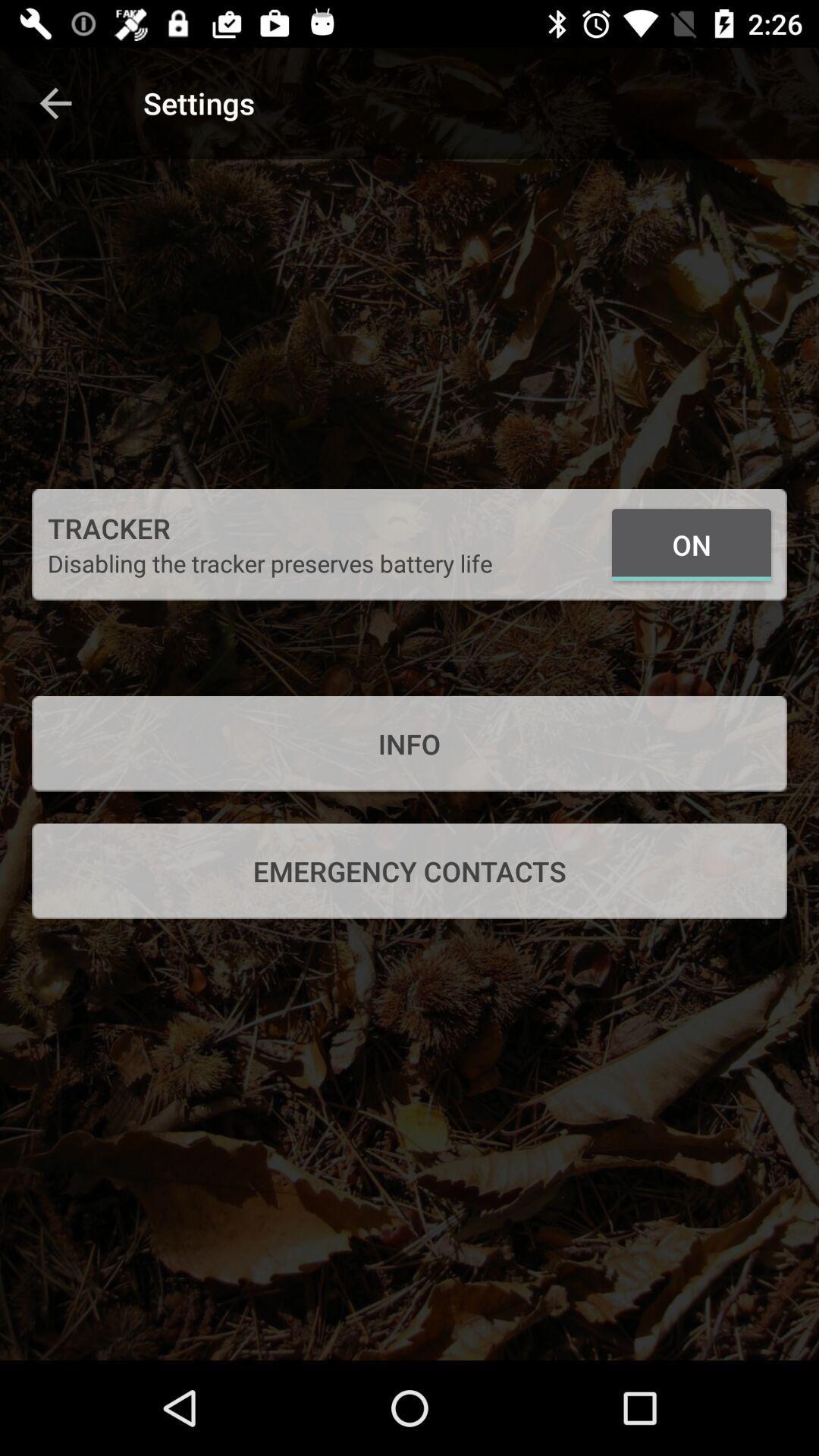  I want to click on on item, so click(691, 544).